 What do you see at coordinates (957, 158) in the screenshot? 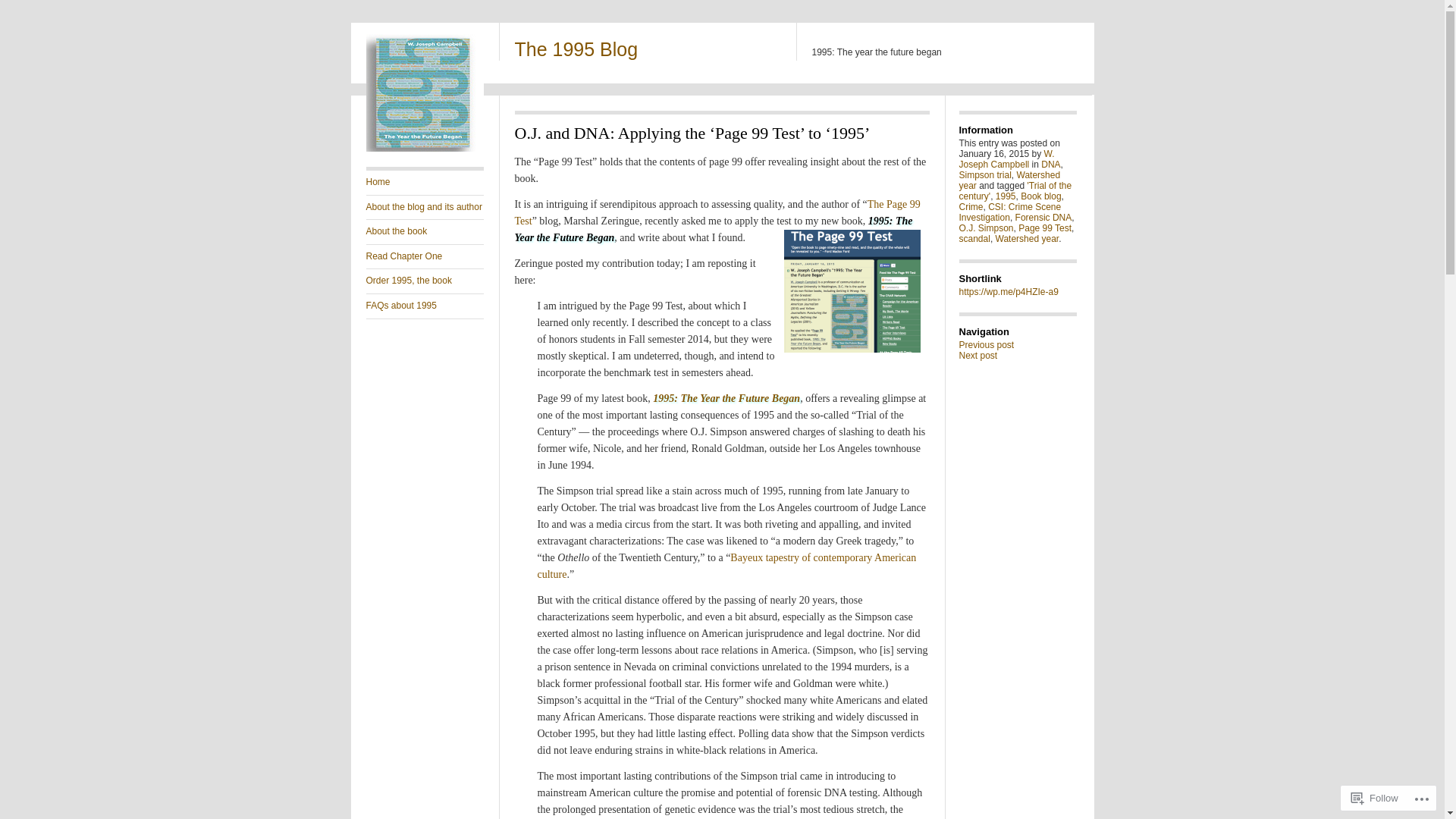
I see `'W. Joseph Campbell'` at bounding box center [957, 158].